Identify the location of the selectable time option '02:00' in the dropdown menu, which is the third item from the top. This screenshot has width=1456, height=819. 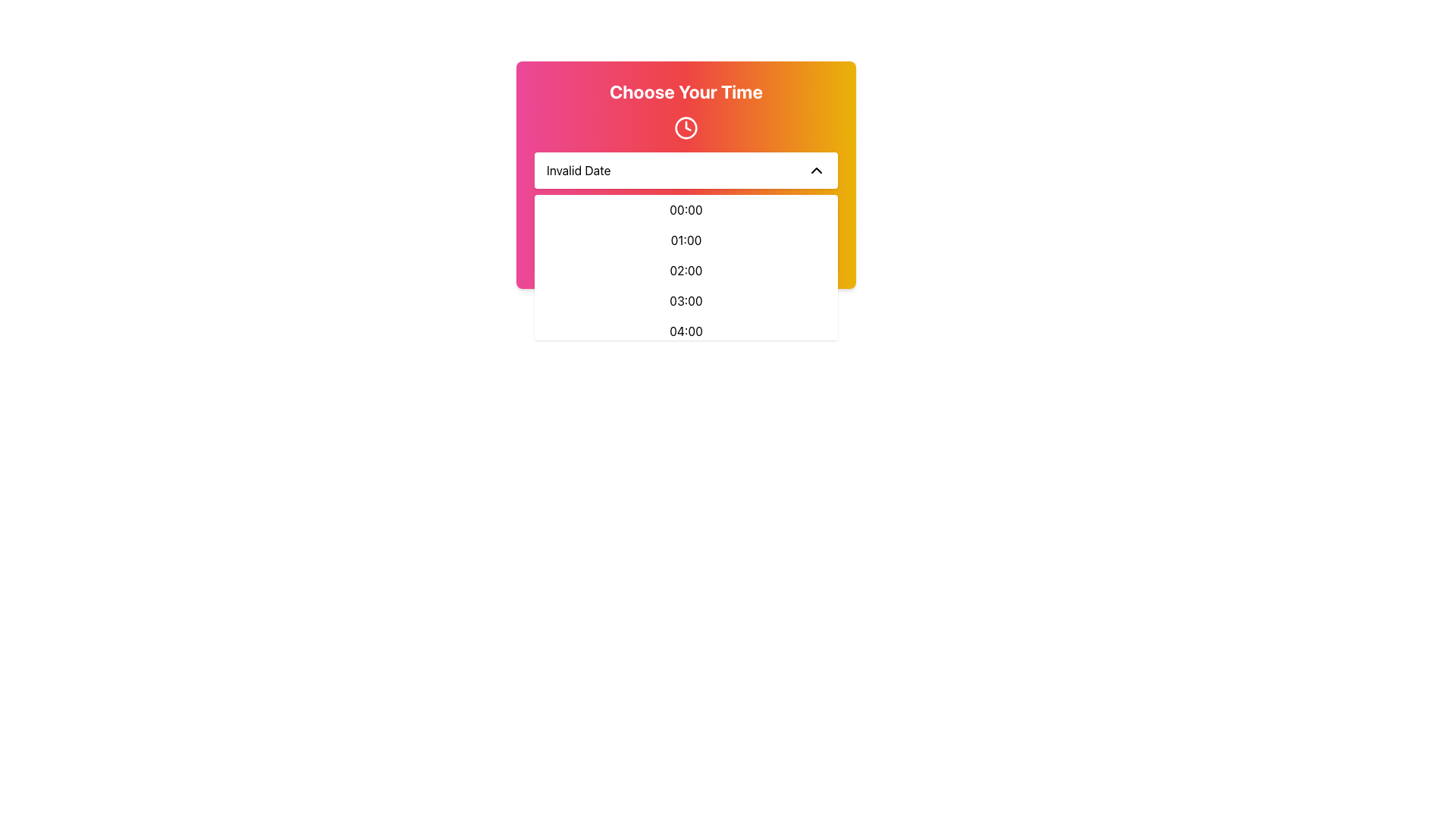
(686, 270).